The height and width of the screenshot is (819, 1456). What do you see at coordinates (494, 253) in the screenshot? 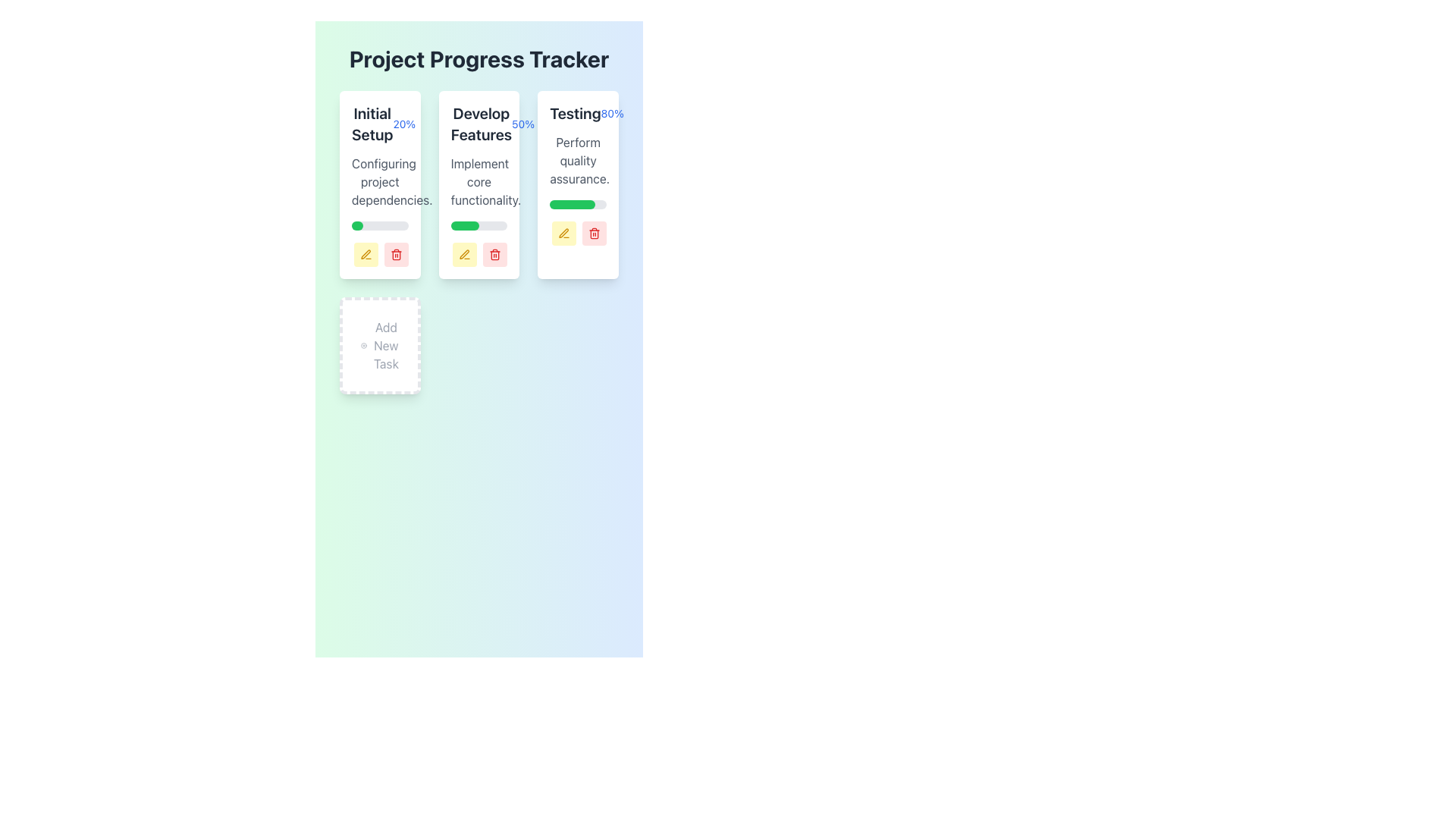
I see `the delete button (trash icon) located at the bottom-right corner of the 'Develop Features' card` at bounding box center [494, 253].